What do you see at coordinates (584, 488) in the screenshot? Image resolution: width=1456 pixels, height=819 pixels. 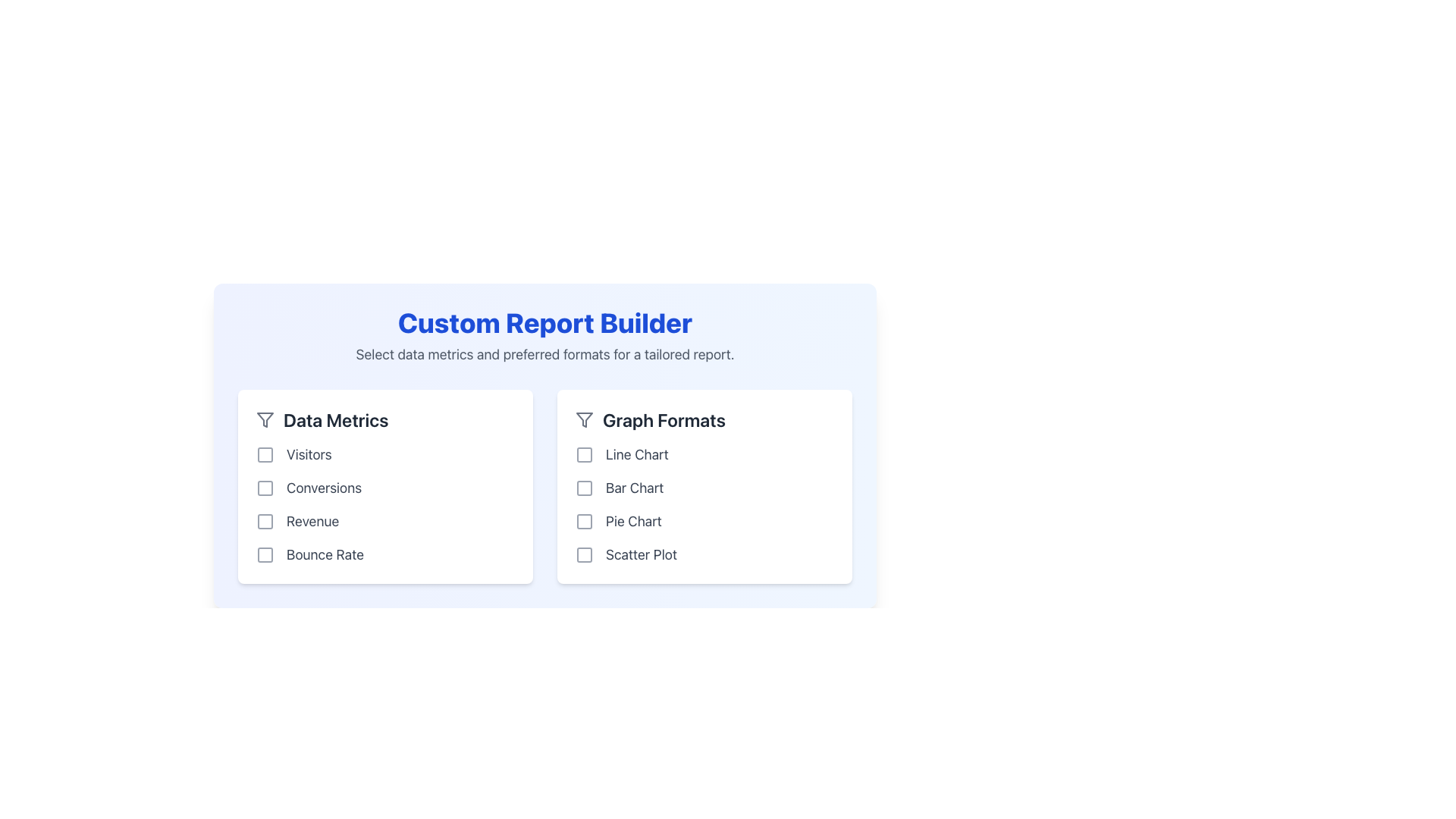 I see `the 'Bar Chart' checkbox within the 'Graph Formats' section` at bounding box center [584, 488].